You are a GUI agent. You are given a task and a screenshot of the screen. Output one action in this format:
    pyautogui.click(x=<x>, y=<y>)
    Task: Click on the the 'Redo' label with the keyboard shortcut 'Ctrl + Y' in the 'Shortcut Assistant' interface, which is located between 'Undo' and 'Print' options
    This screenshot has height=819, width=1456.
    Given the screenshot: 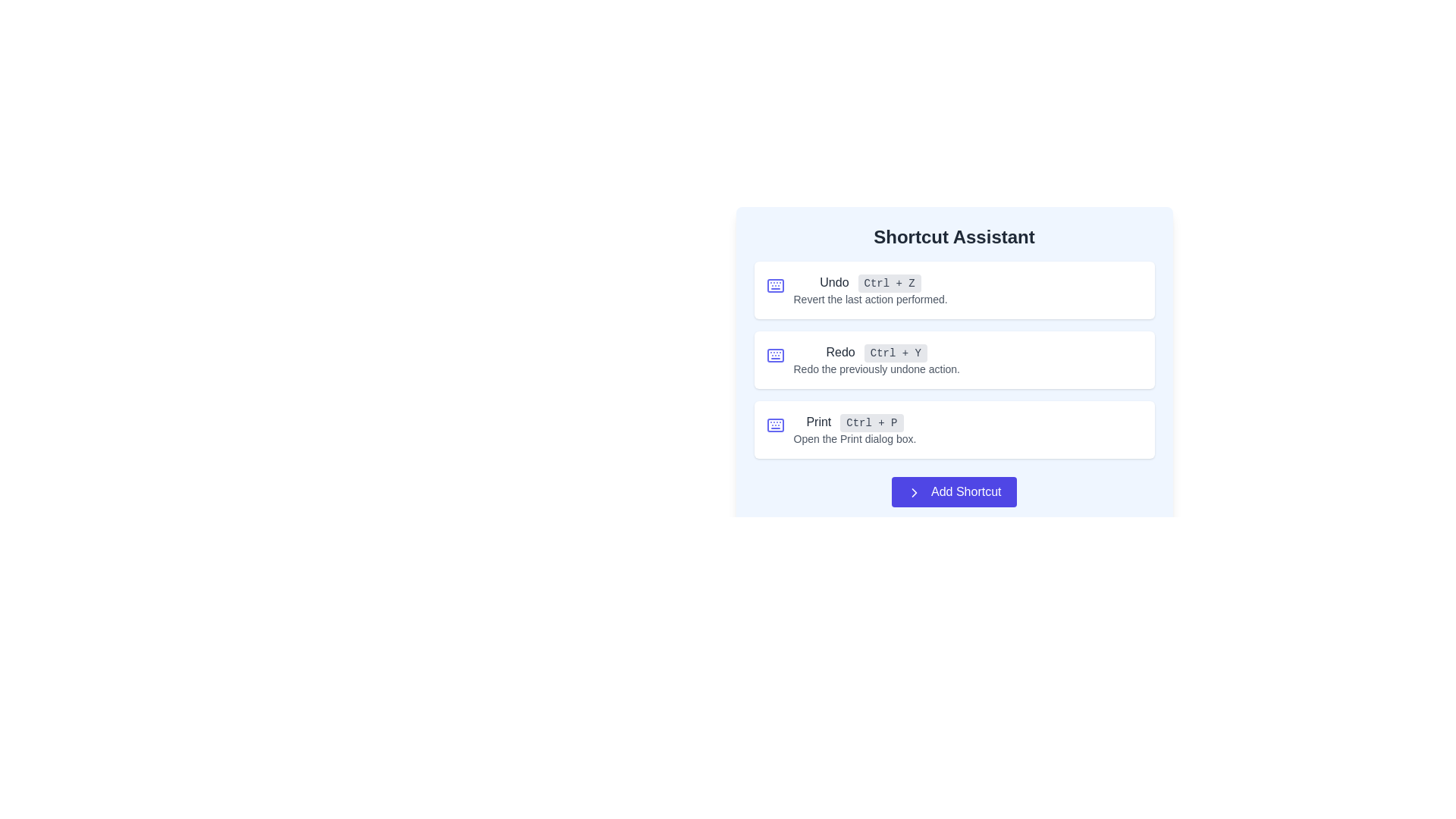 What is the action you would take?
    pyautogui.click(x=877, y=353)
    